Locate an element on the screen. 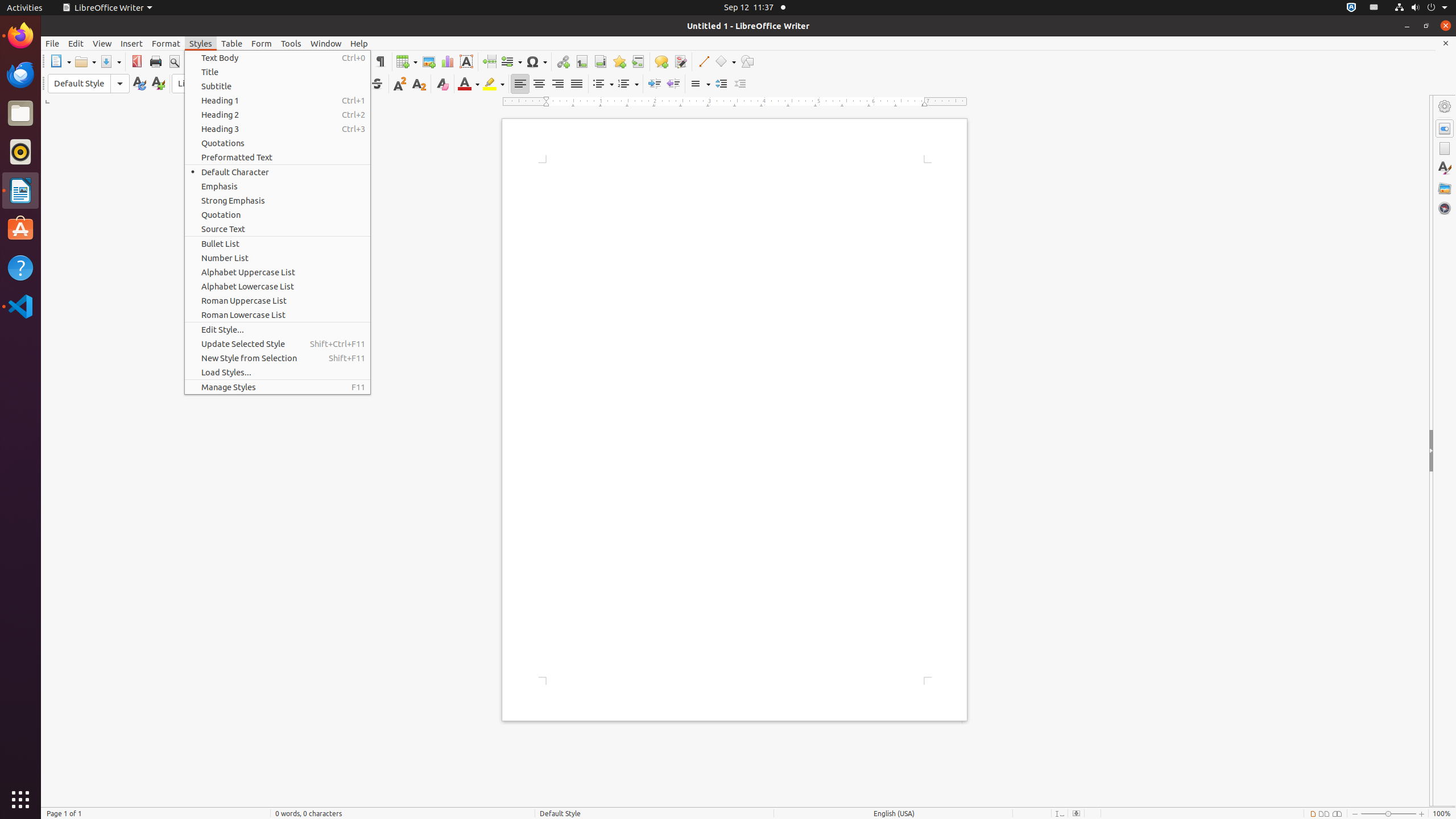  'Center' is located at coordinates (538, 83).